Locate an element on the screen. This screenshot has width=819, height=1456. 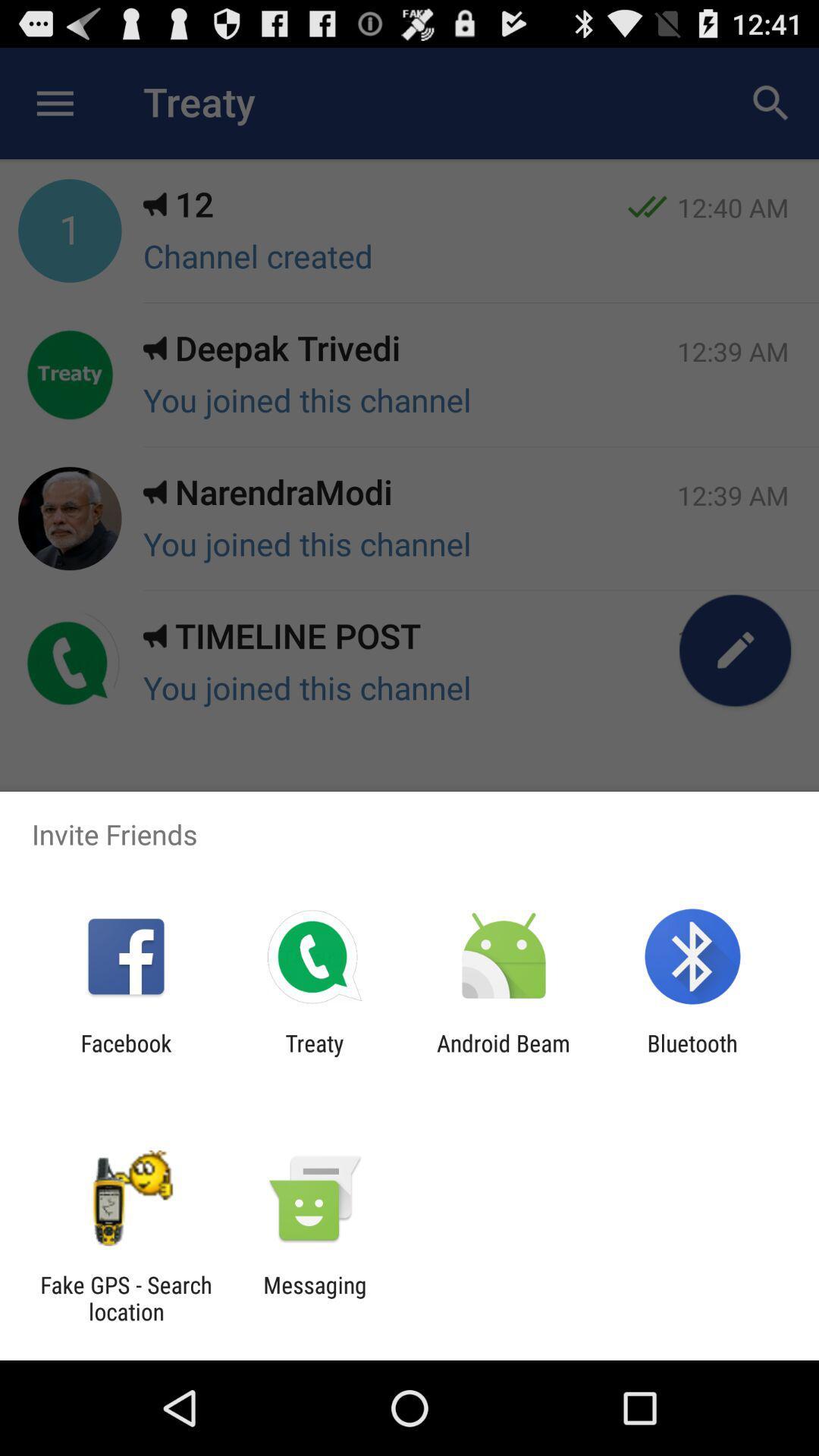
messaging item is located at coordinates (314, 1298).